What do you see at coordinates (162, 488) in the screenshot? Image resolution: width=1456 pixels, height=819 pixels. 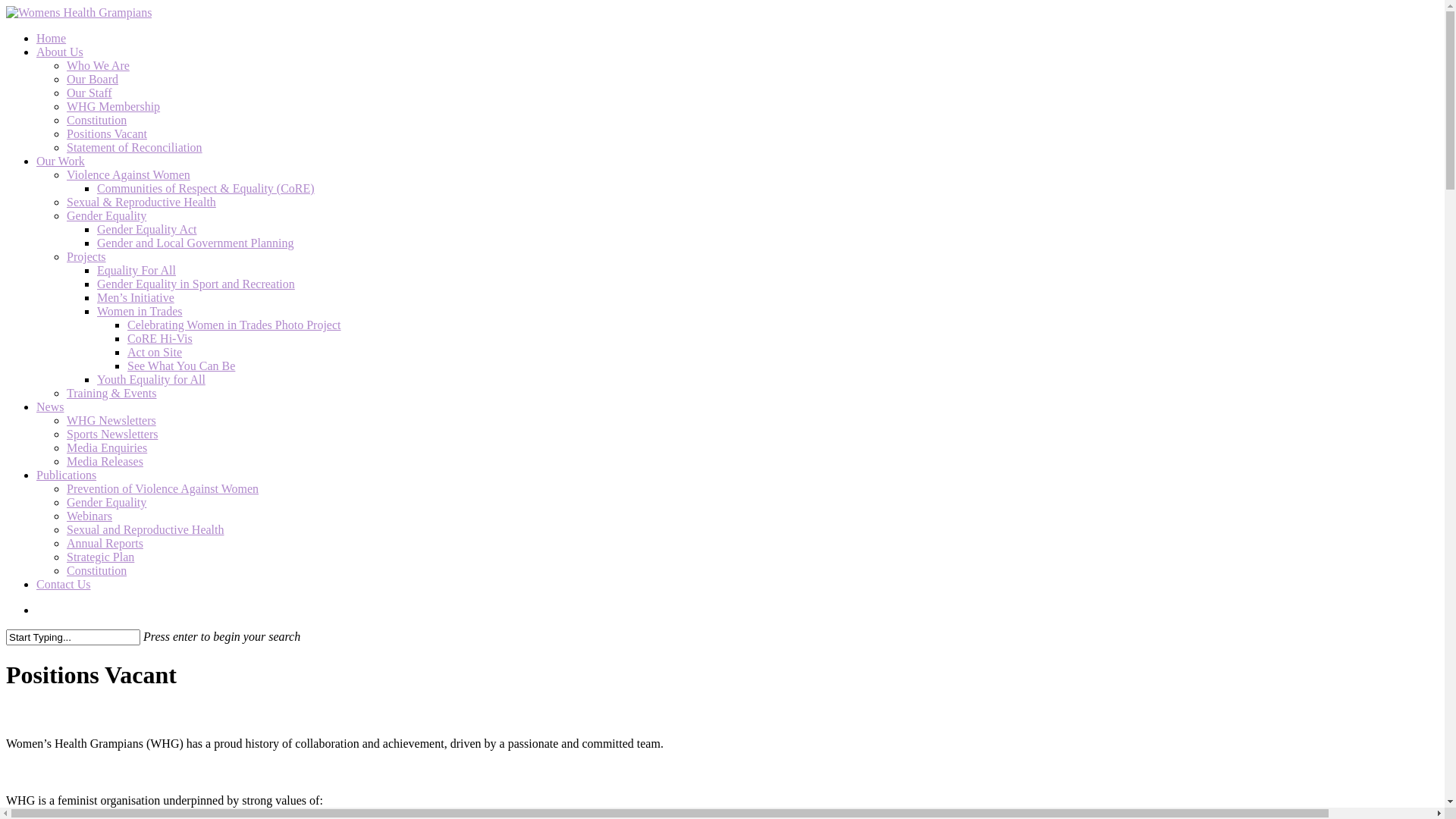 I see `'Prevention of Violence Against Women'` at bounding box center [162, 488].